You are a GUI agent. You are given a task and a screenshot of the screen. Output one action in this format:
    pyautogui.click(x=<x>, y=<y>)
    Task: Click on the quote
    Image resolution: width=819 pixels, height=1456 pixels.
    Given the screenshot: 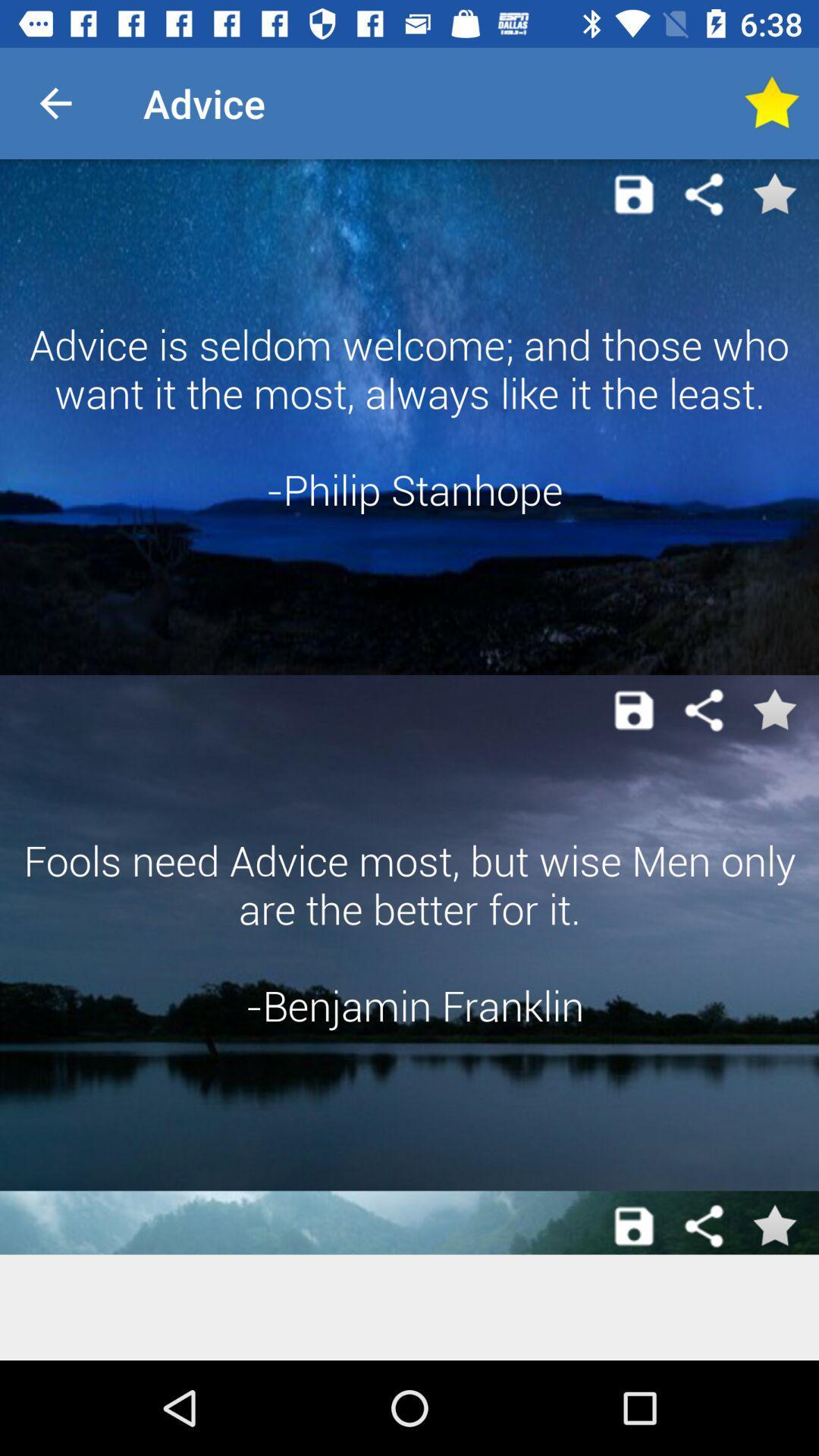 What is the action you would take?
    pyautogui.click(x=634, y=709)
    